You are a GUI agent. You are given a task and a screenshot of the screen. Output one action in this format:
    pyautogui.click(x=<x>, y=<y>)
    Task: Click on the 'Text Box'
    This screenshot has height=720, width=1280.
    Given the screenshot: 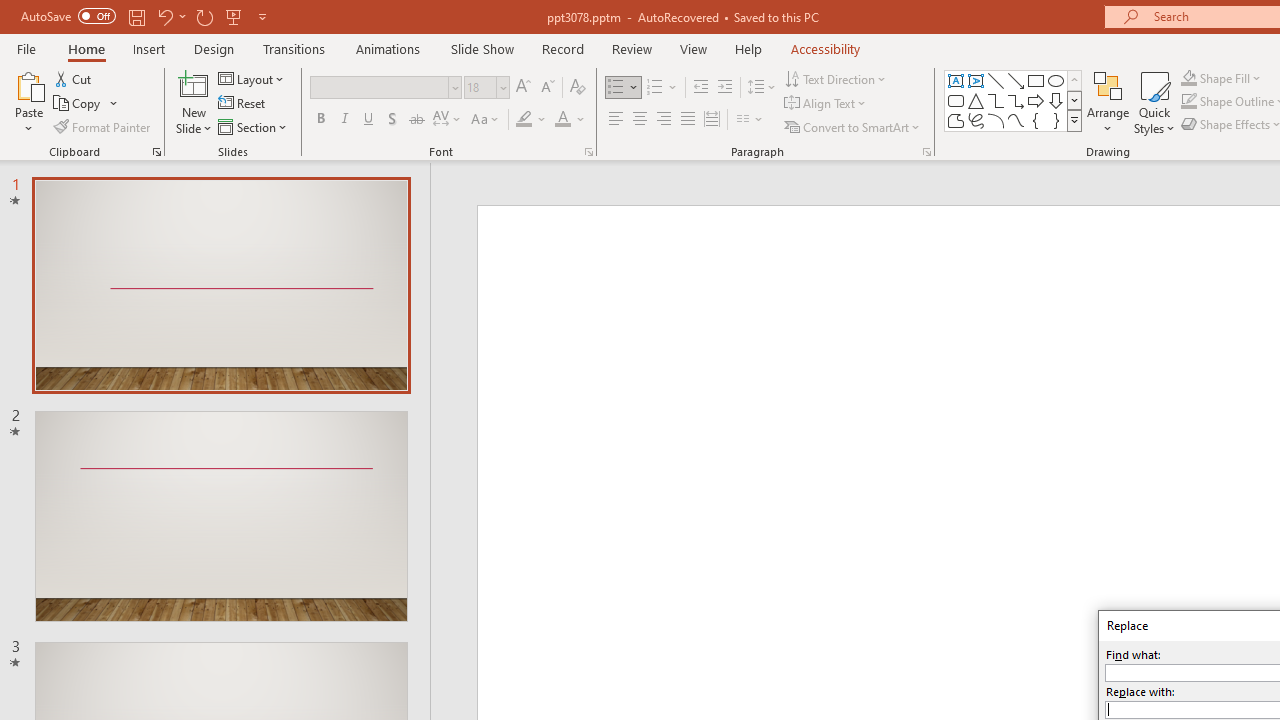 What is the action you would take?
    pyautogui.click(x=955, y=80)
    